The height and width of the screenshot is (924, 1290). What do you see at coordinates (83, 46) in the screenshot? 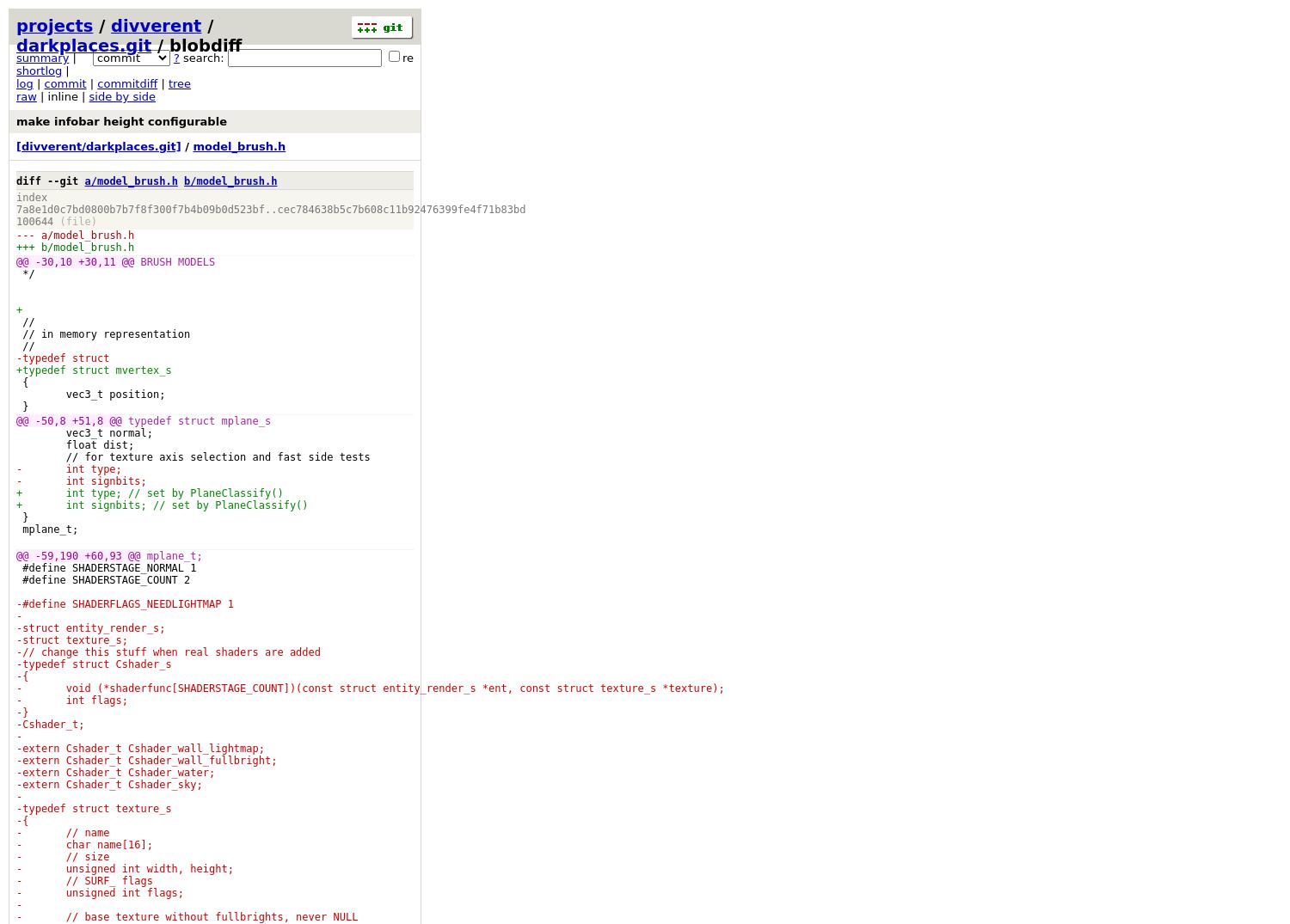
I see `'darkplaces.git'` at bounding box center [83, 46].